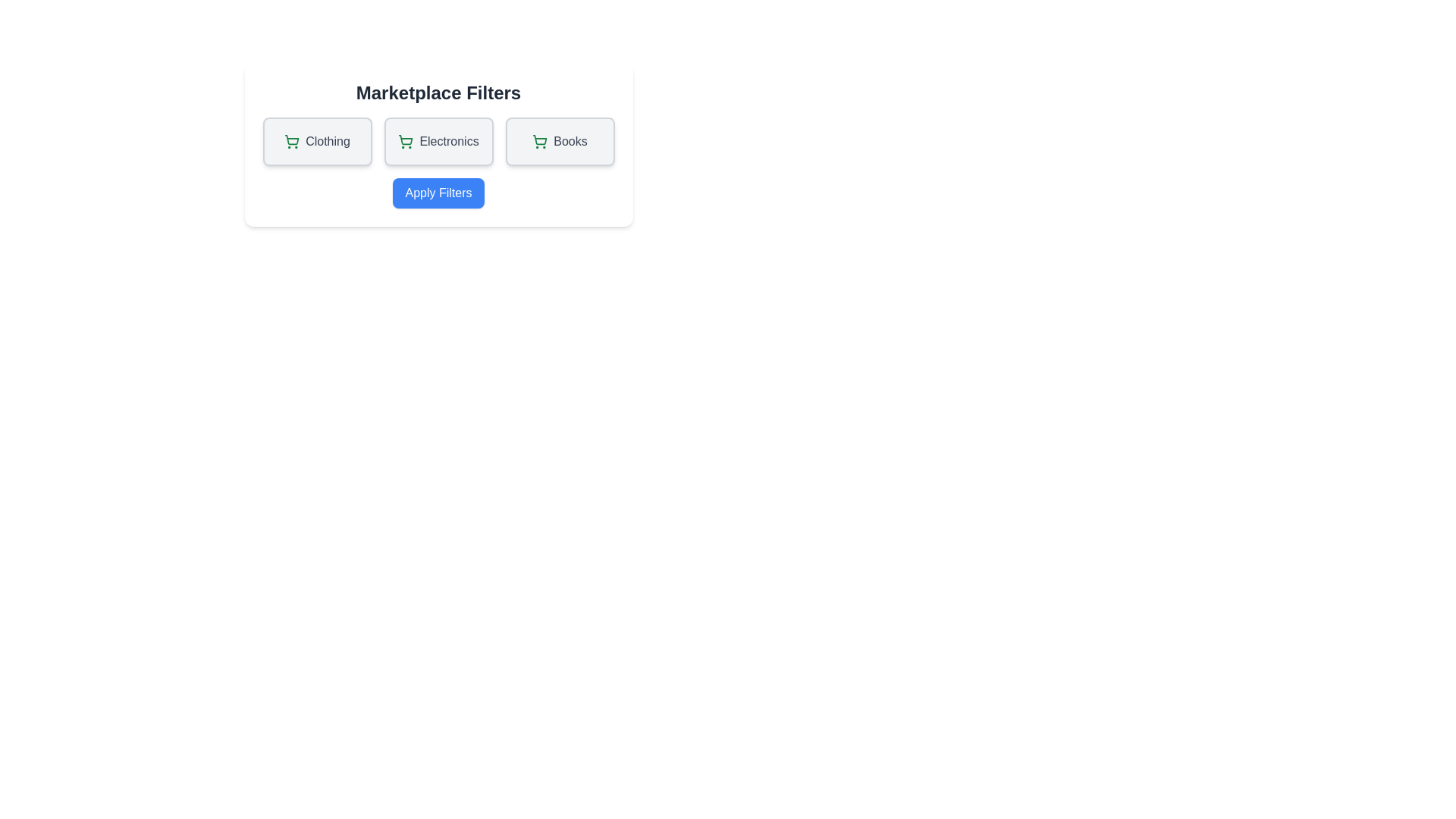  I want to click on the filter option labeled Electronics, so click(438, 141).